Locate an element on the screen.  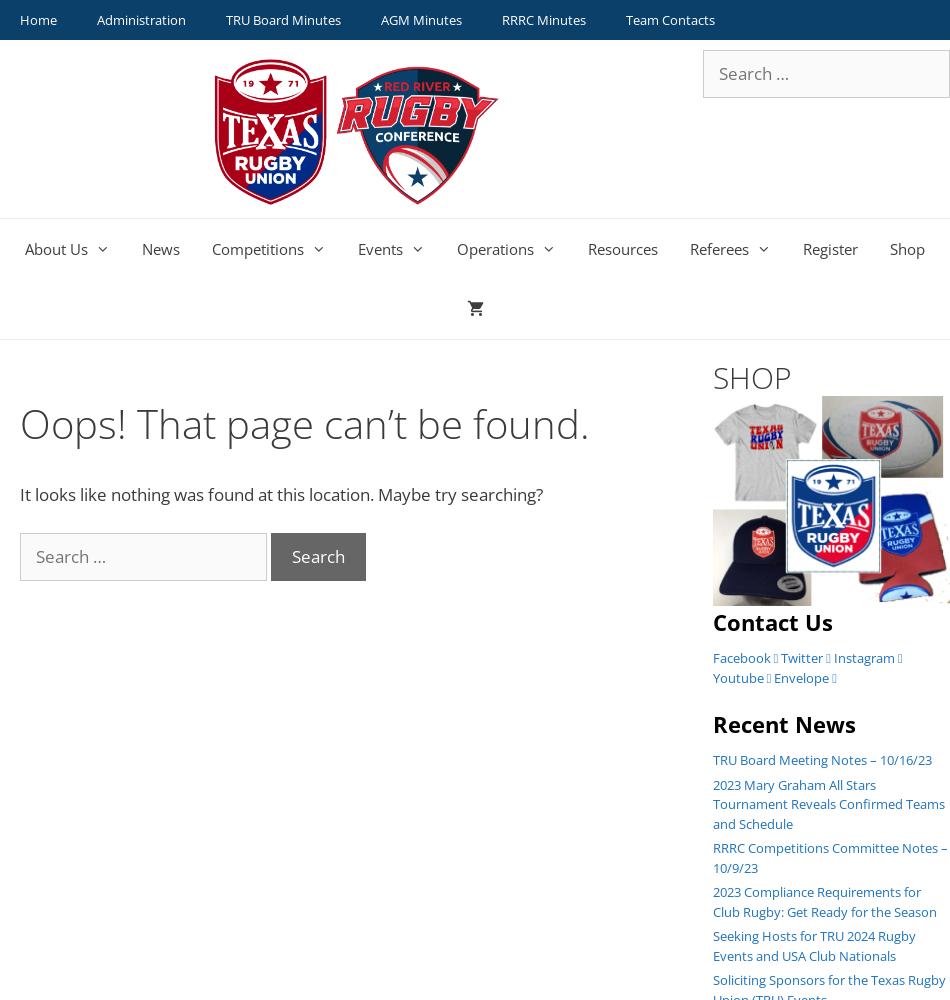
'SHOP' is located at coordinates (750, 377).